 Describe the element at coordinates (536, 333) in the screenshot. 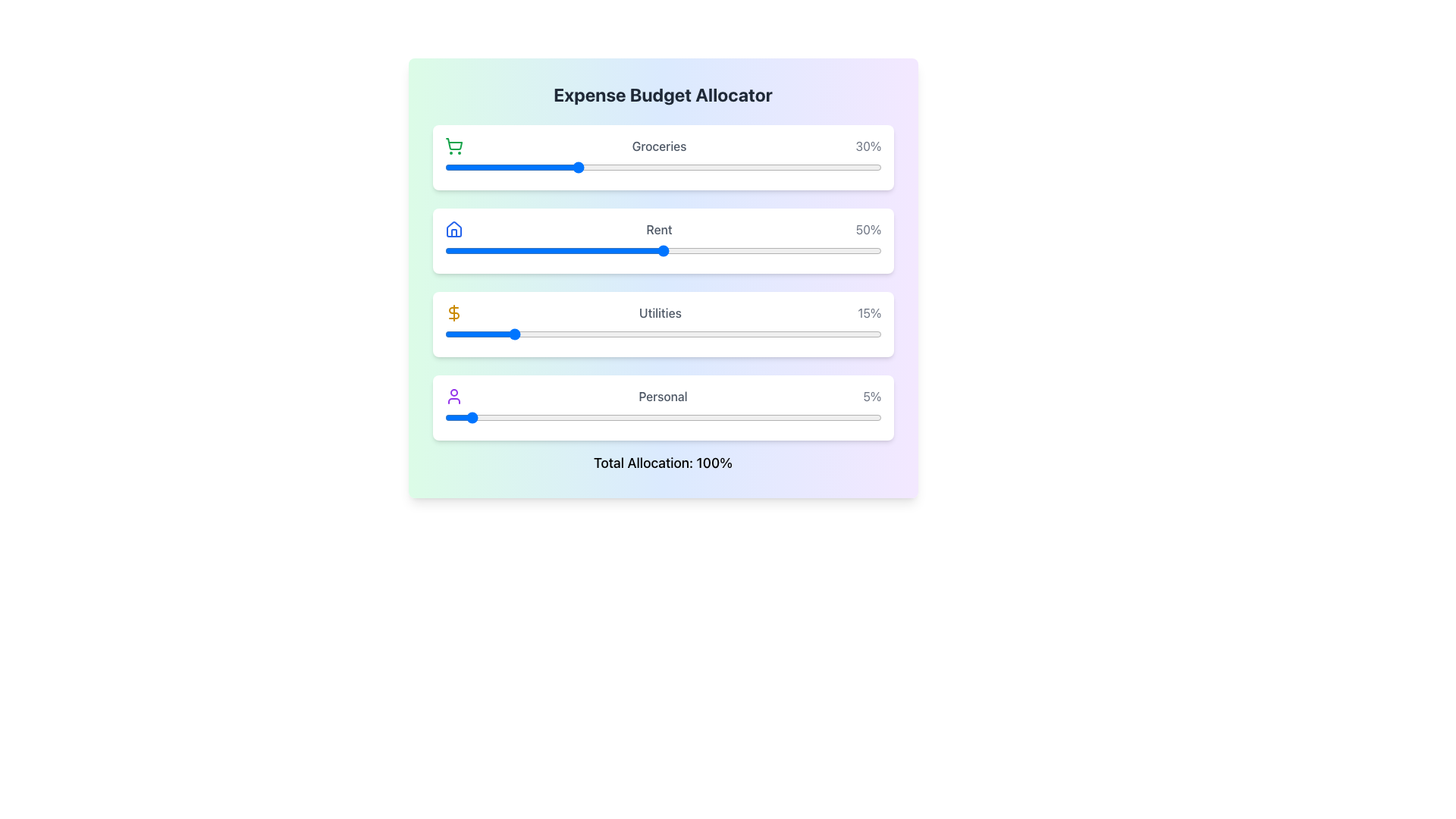

I see `the Utilities slider` at that location.